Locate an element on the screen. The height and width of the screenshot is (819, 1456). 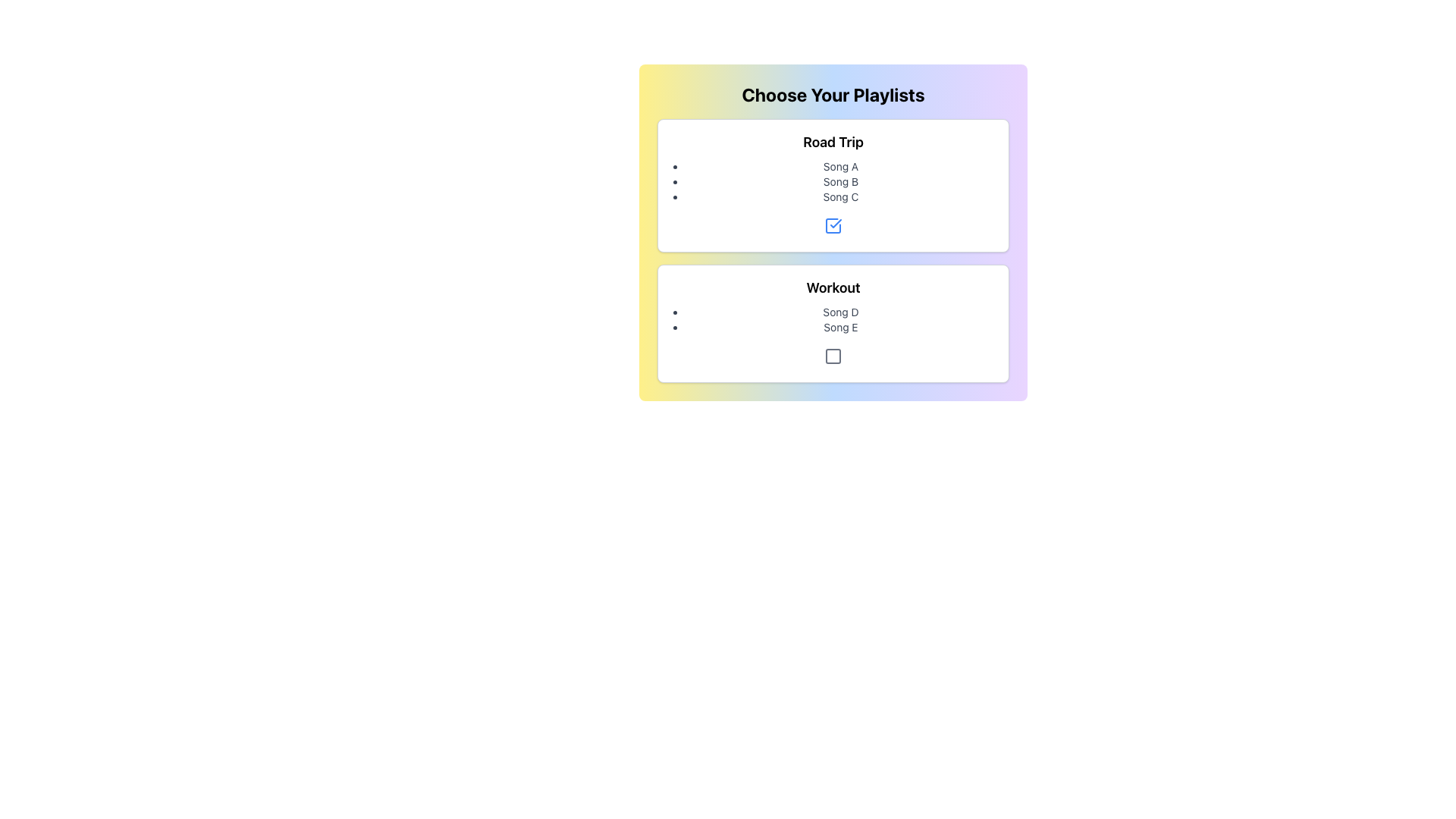
the Text label that identifies the second song in the 'Road Trip' playlist, located directly below 'Song A' and above 'Song C' is located at coordinates (839, 180).